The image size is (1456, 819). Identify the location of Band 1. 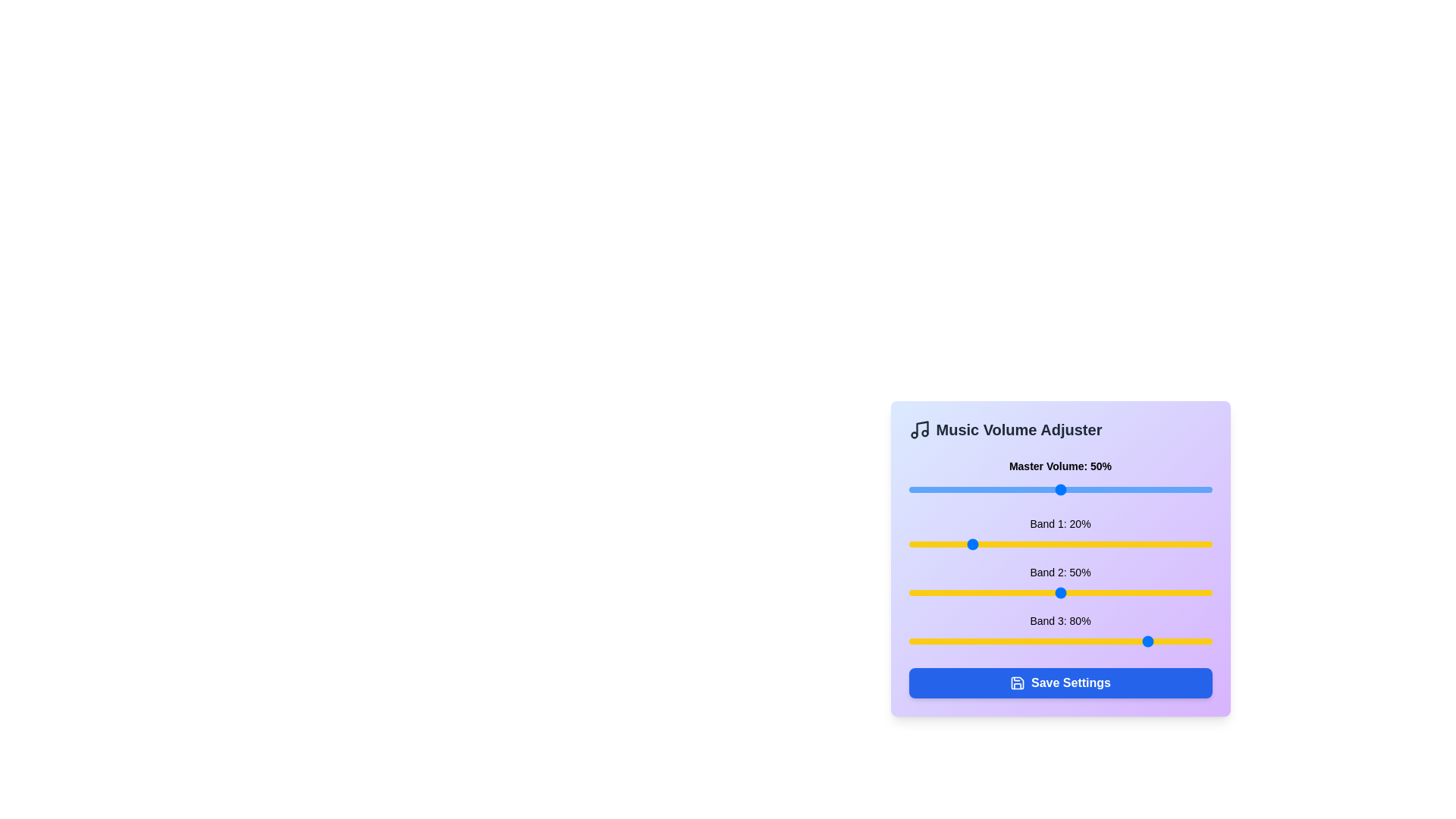
(996, 543).